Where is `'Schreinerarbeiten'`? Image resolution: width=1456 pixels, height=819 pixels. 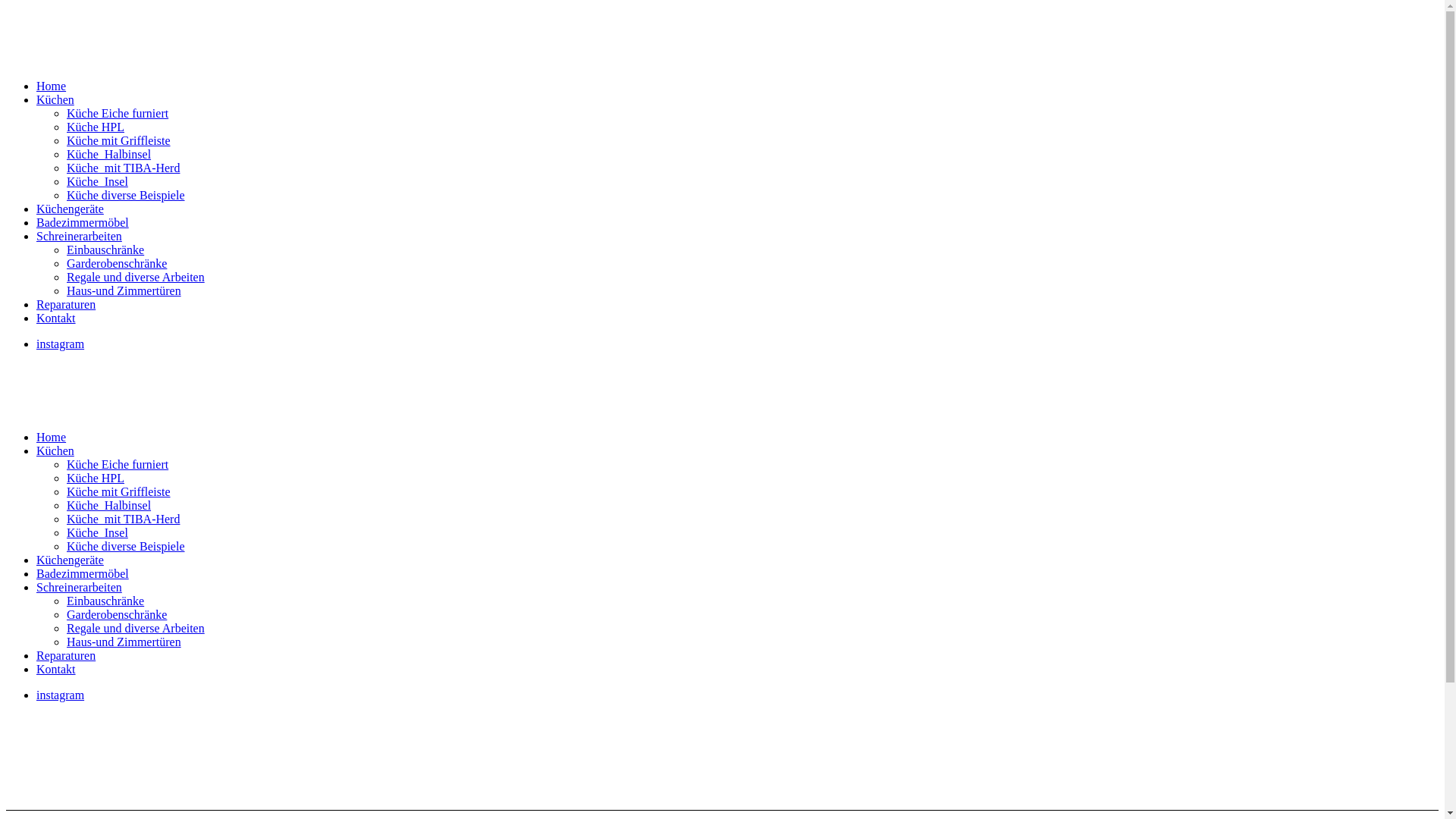
'Schreinerarbeiten' is located at coordinates (78, 236).